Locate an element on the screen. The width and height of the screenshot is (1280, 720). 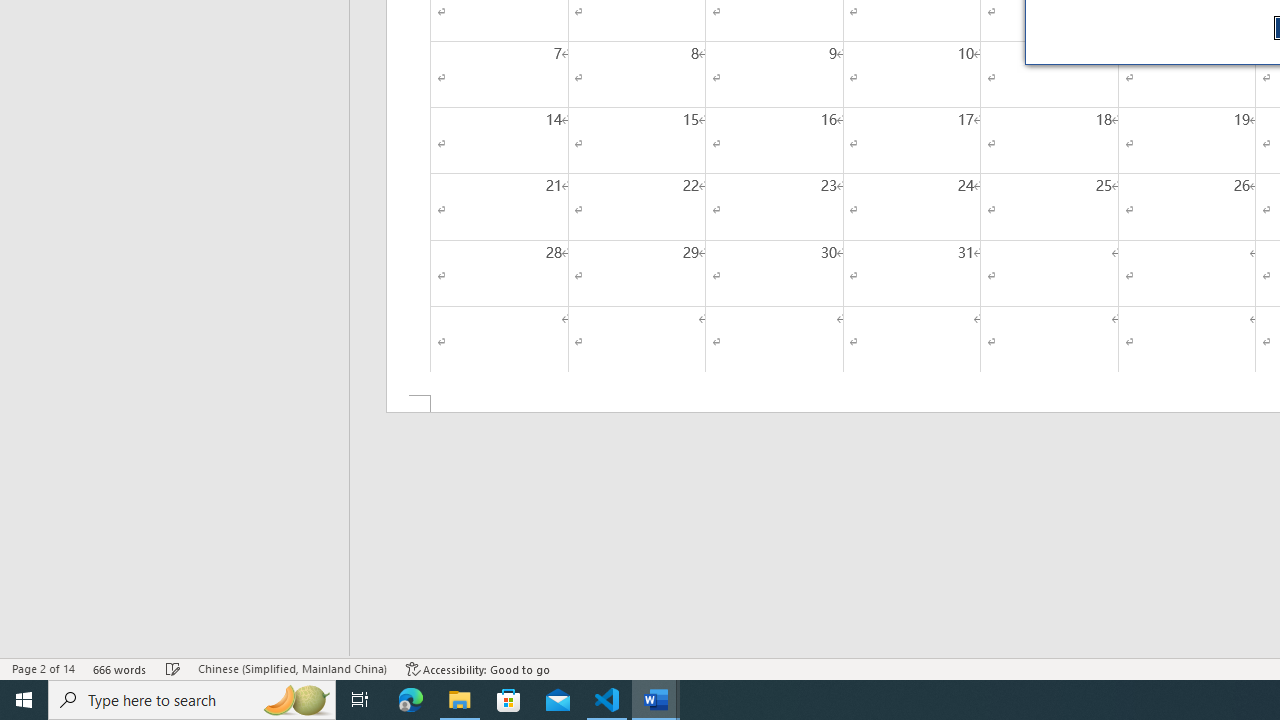
'Start' is located at coordinates (24, 698).